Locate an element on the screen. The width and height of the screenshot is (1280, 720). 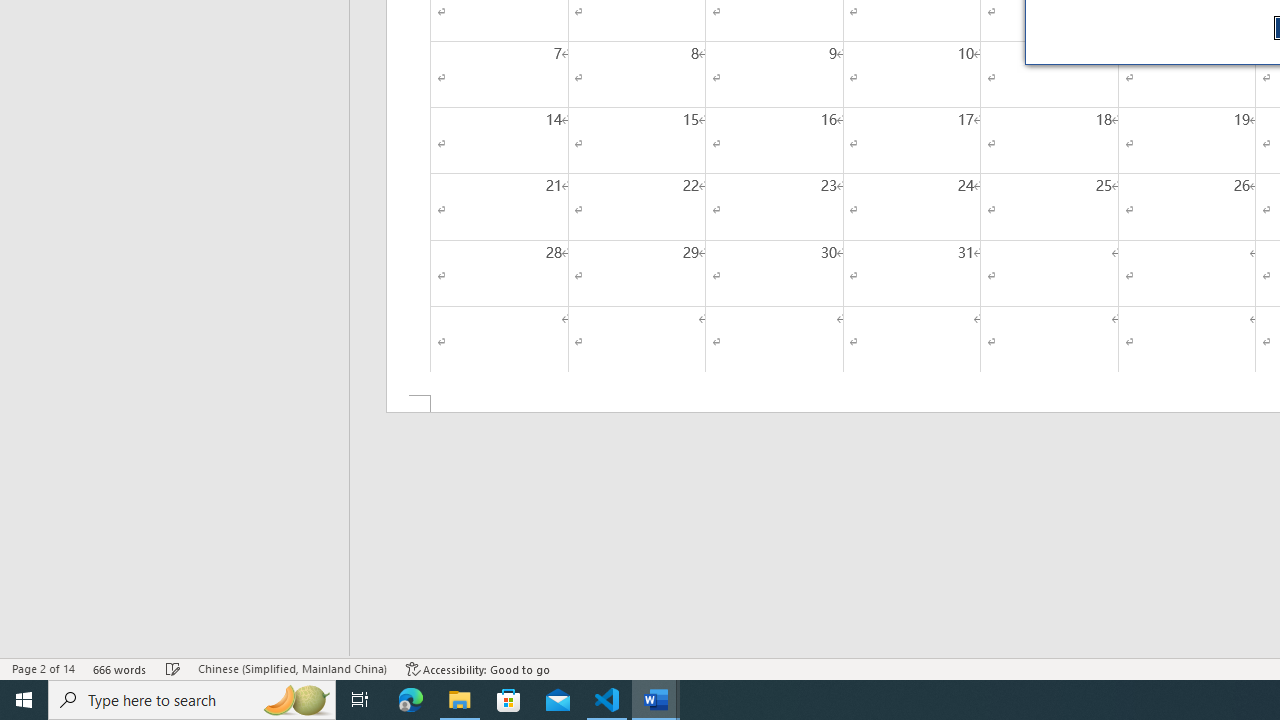
'Start' is located at coordinates (24, 698).